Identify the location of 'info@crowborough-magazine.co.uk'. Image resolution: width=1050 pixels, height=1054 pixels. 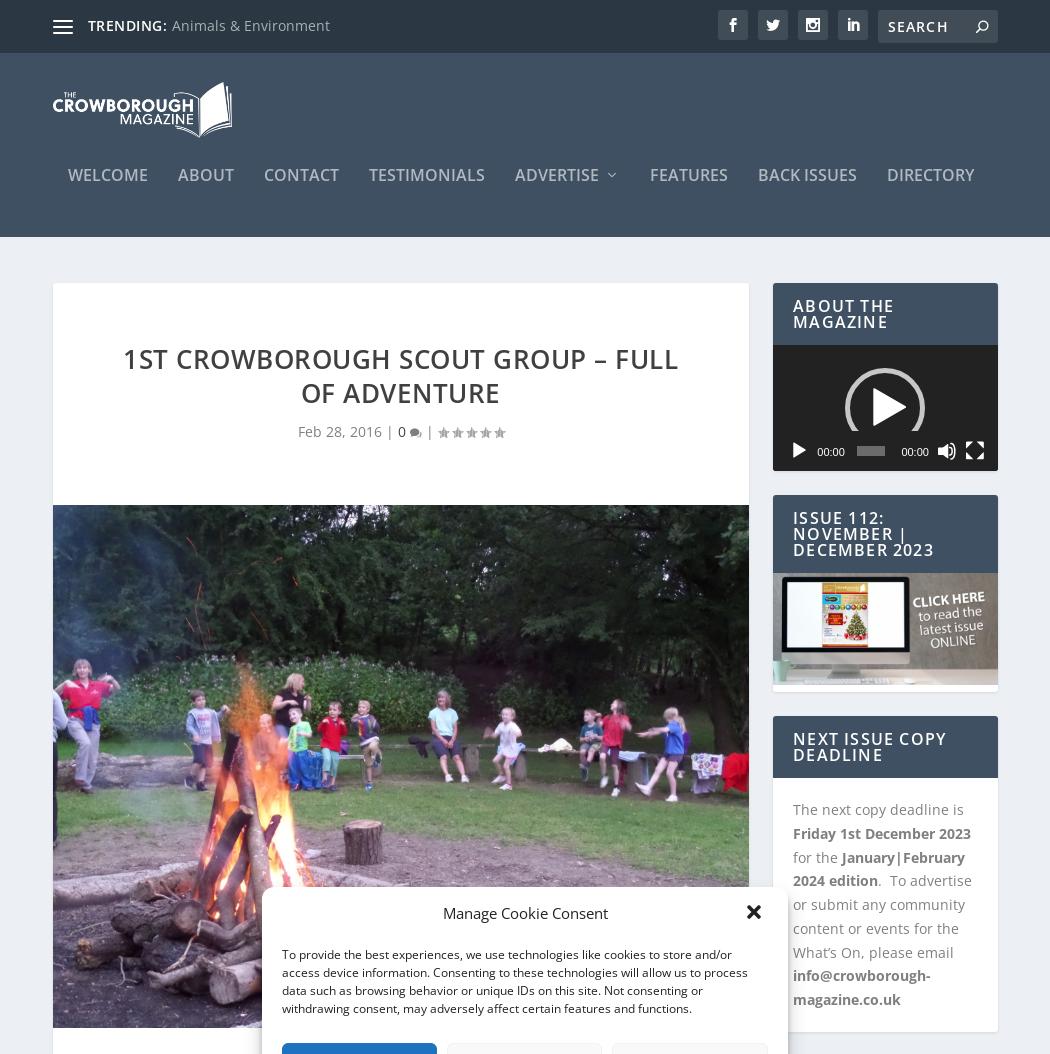
(862, 977).